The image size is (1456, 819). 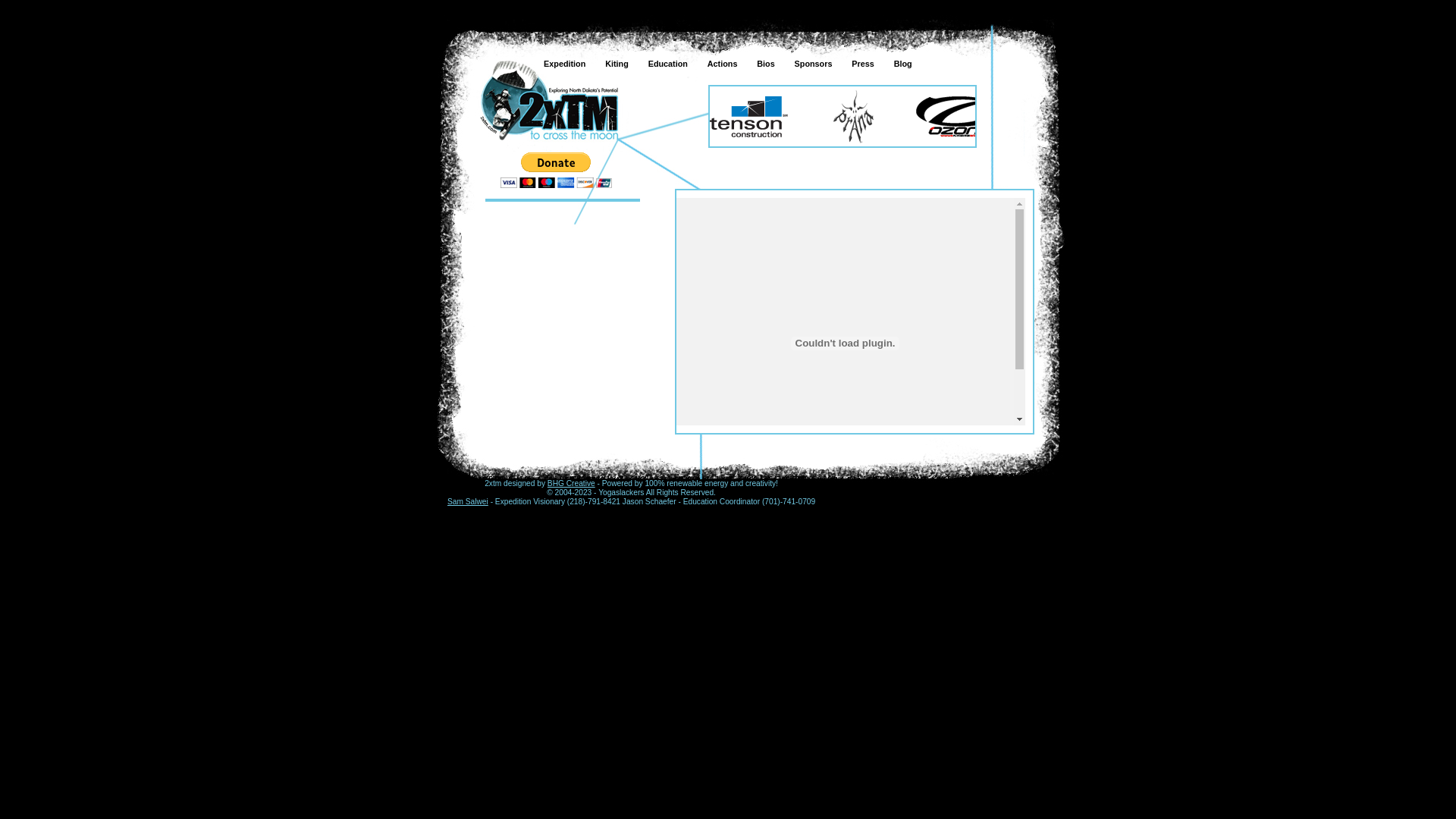 What do you see at coordinates (666, 63) in the screenshot?
I see `'Education'` at bounding box center [666, 63].